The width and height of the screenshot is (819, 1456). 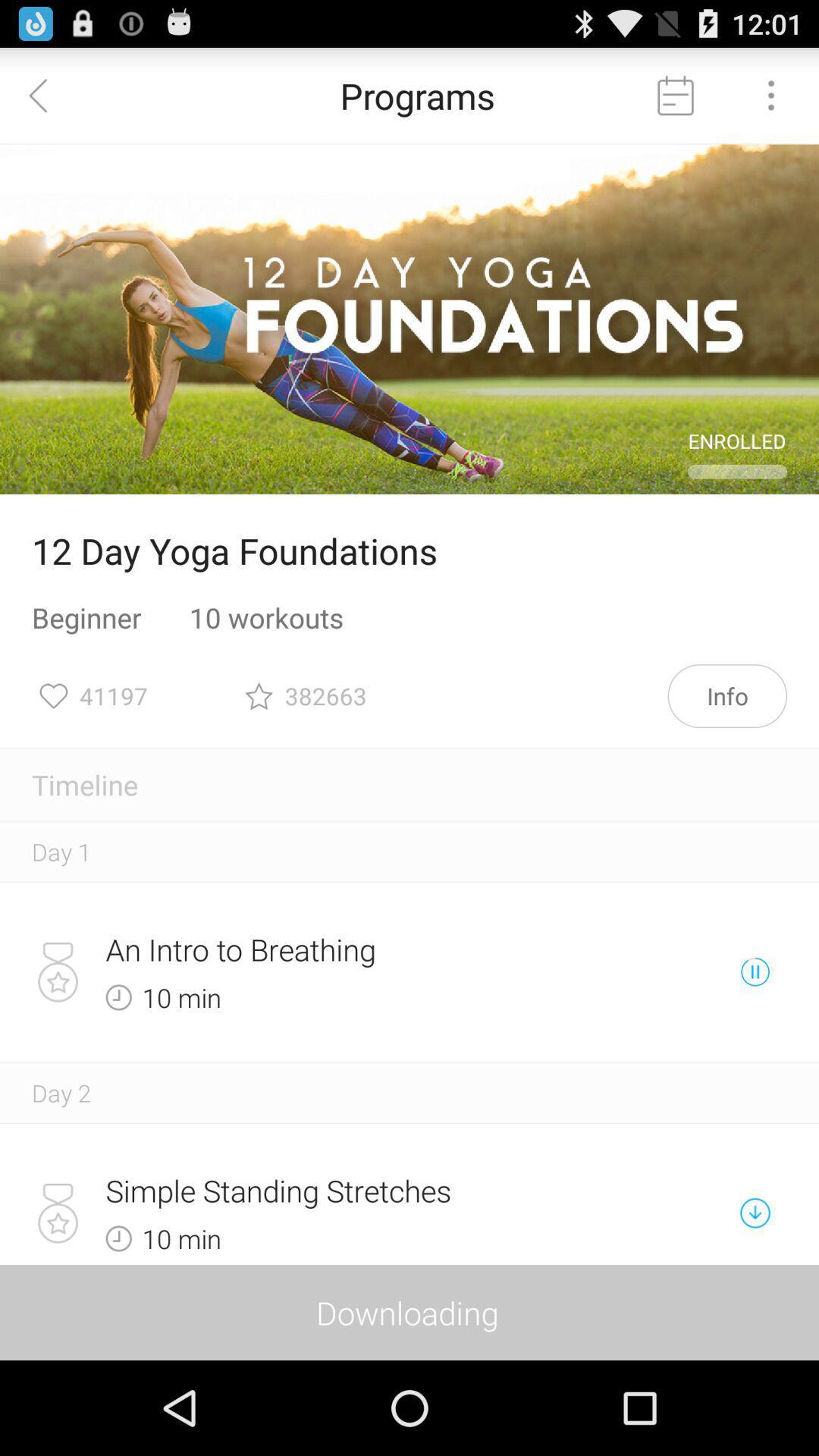 I want to click on the arrow_backward icon, so click(x=46, y=101).